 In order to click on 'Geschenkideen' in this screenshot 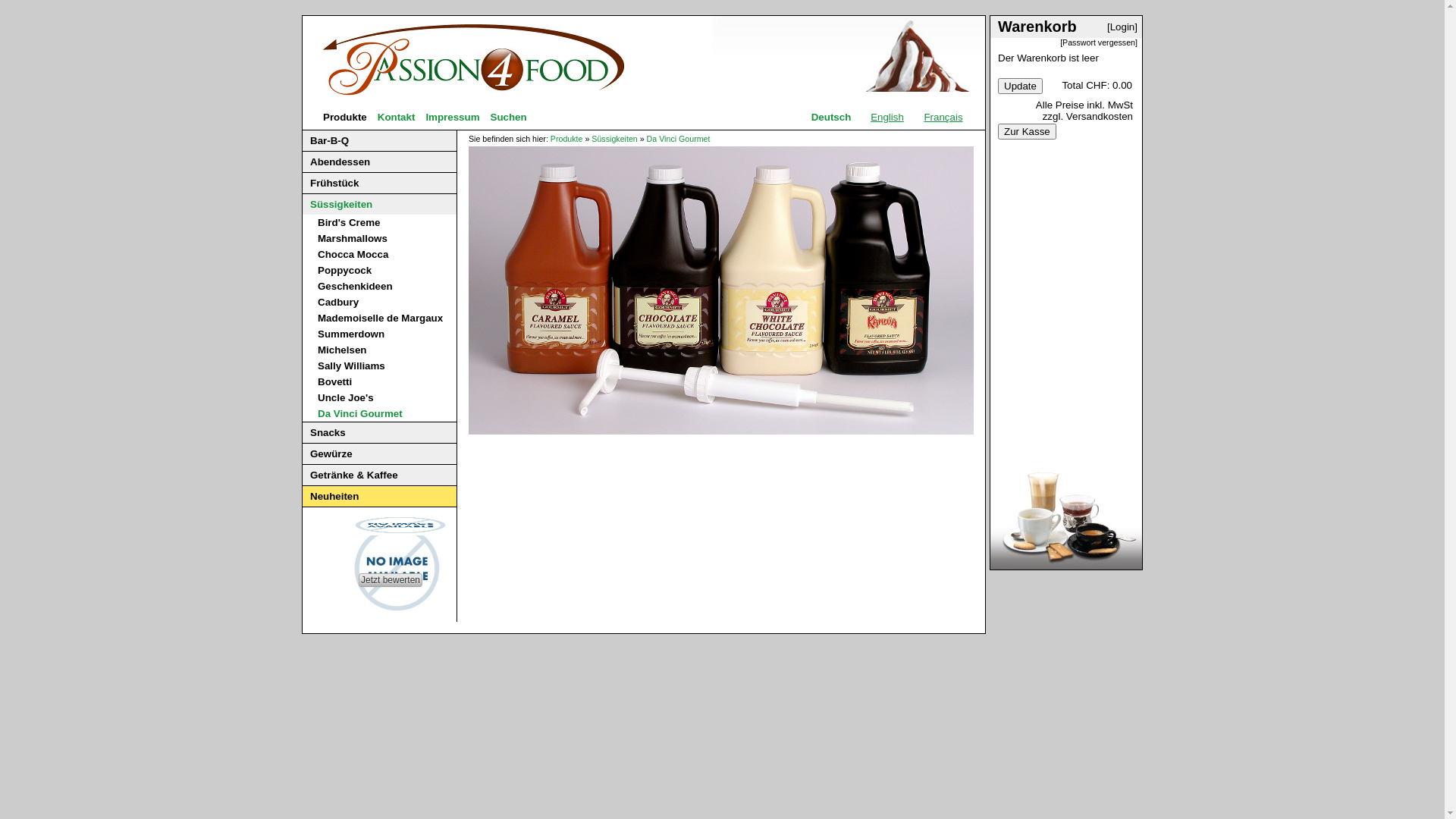, I will do `click(316, 286)`.